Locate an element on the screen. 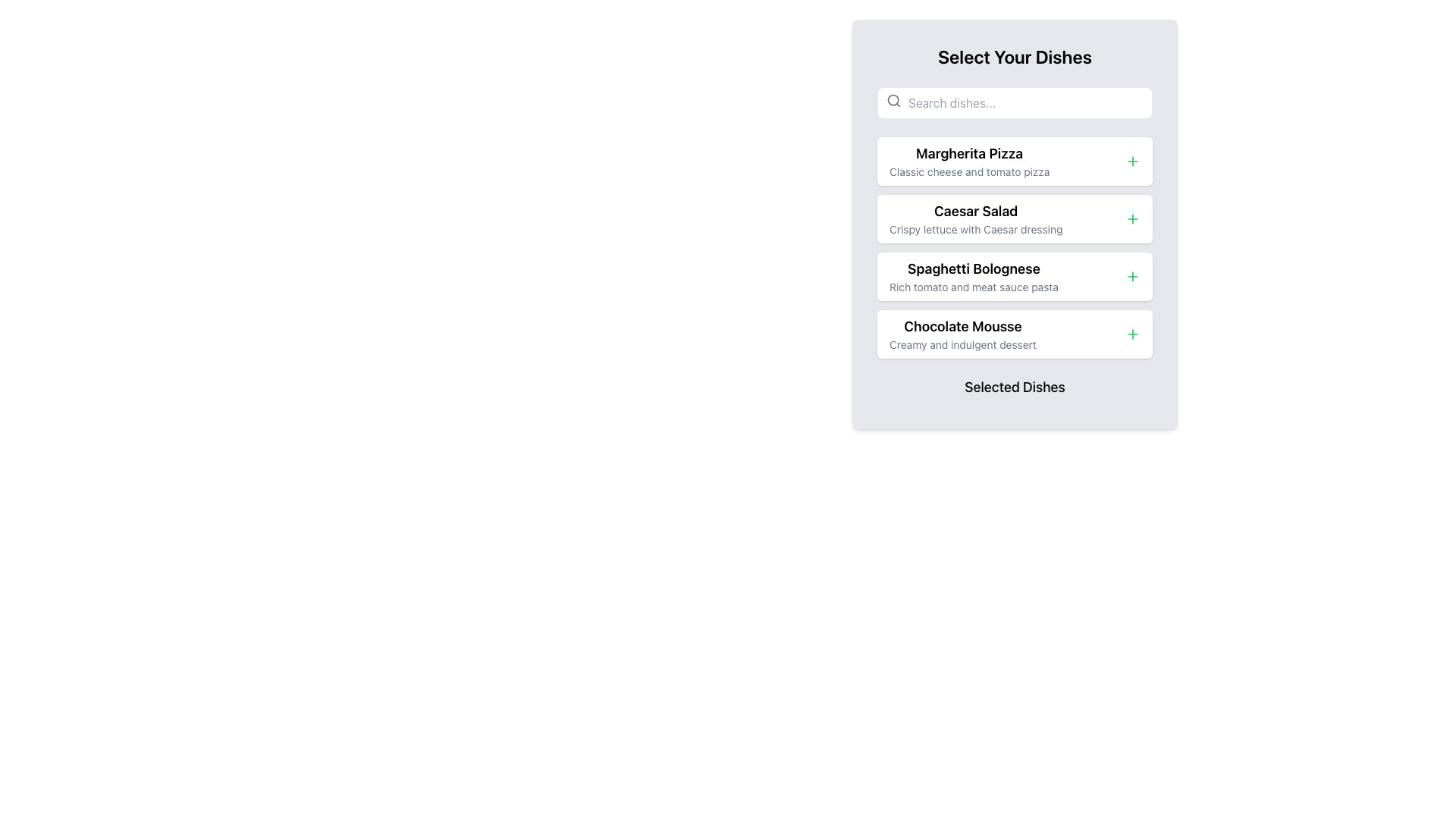  descriptive text label providing details about the dish 'Margherita Pizza', located below the main title of the dish in the UI panel is located at coordinates (968, 171).